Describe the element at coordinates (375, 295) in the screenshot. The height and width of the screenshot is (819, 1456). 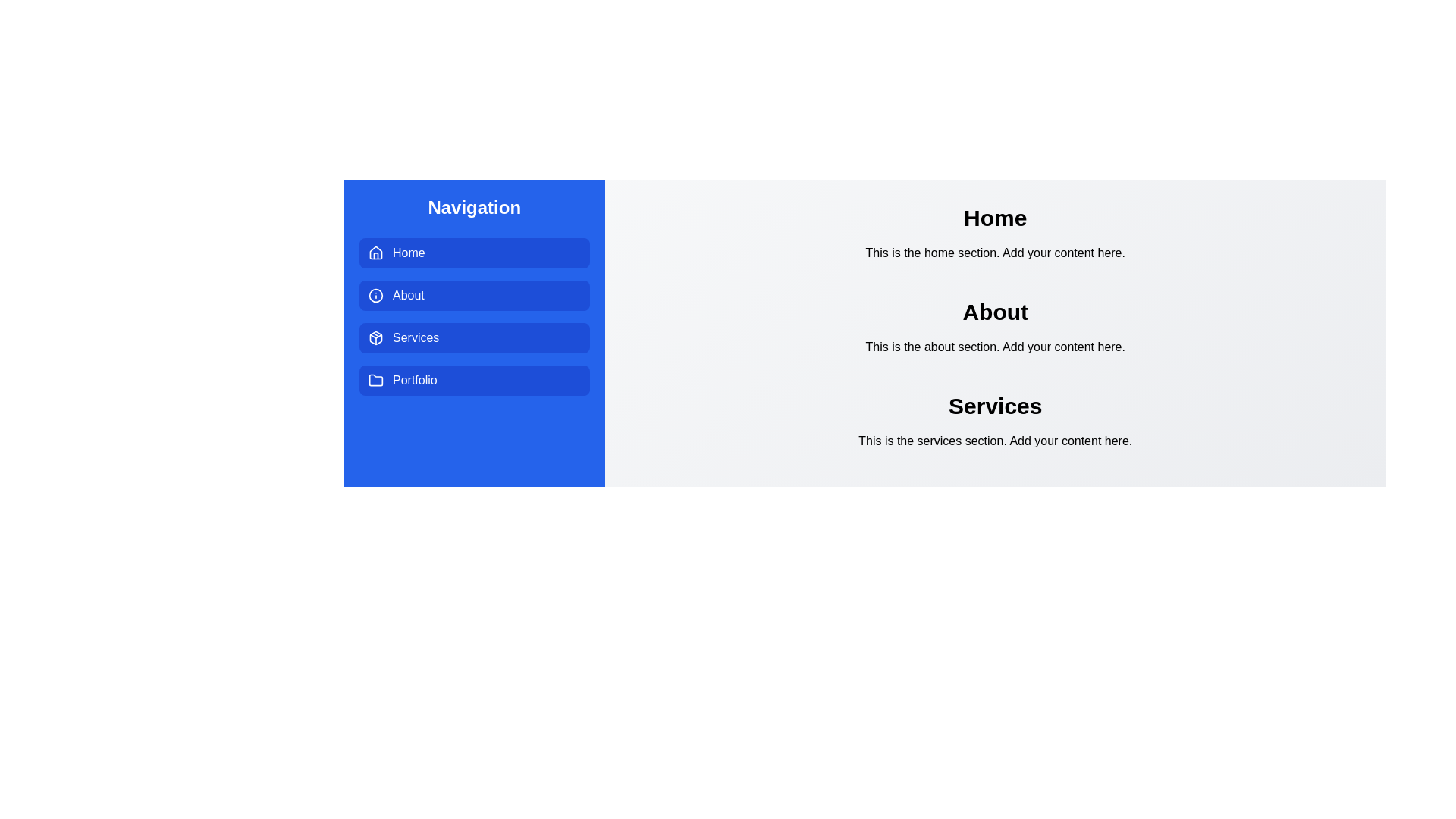
I see `the SVG Circle Element that represents the 'About' navigation menu option, located in the left-side navigation bar` at that location.